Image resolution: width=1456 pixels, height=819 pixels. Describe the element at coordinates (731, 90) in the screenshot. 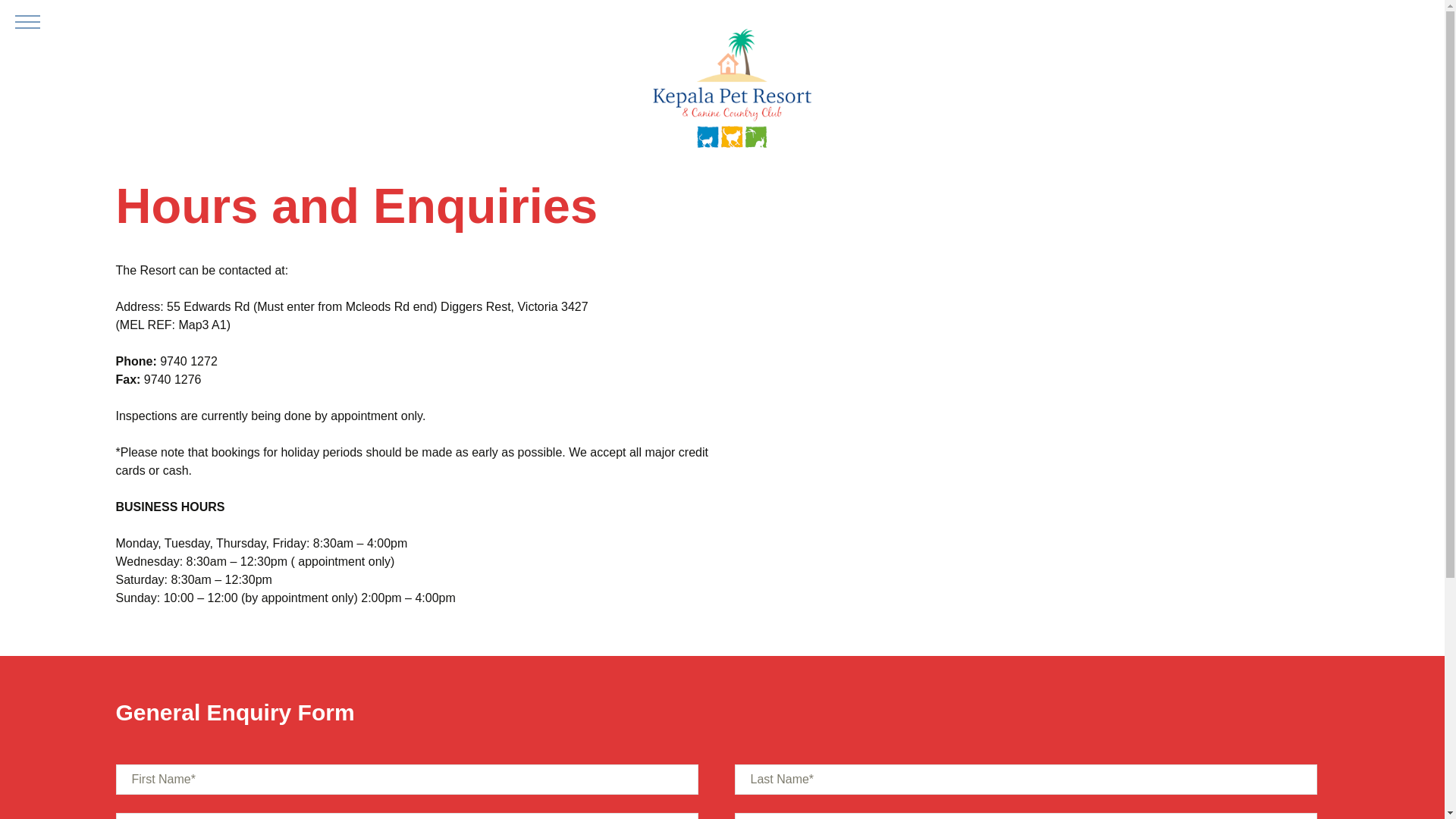

I see `'Kepala Pet Resort & Canine Country Club'` at that location.